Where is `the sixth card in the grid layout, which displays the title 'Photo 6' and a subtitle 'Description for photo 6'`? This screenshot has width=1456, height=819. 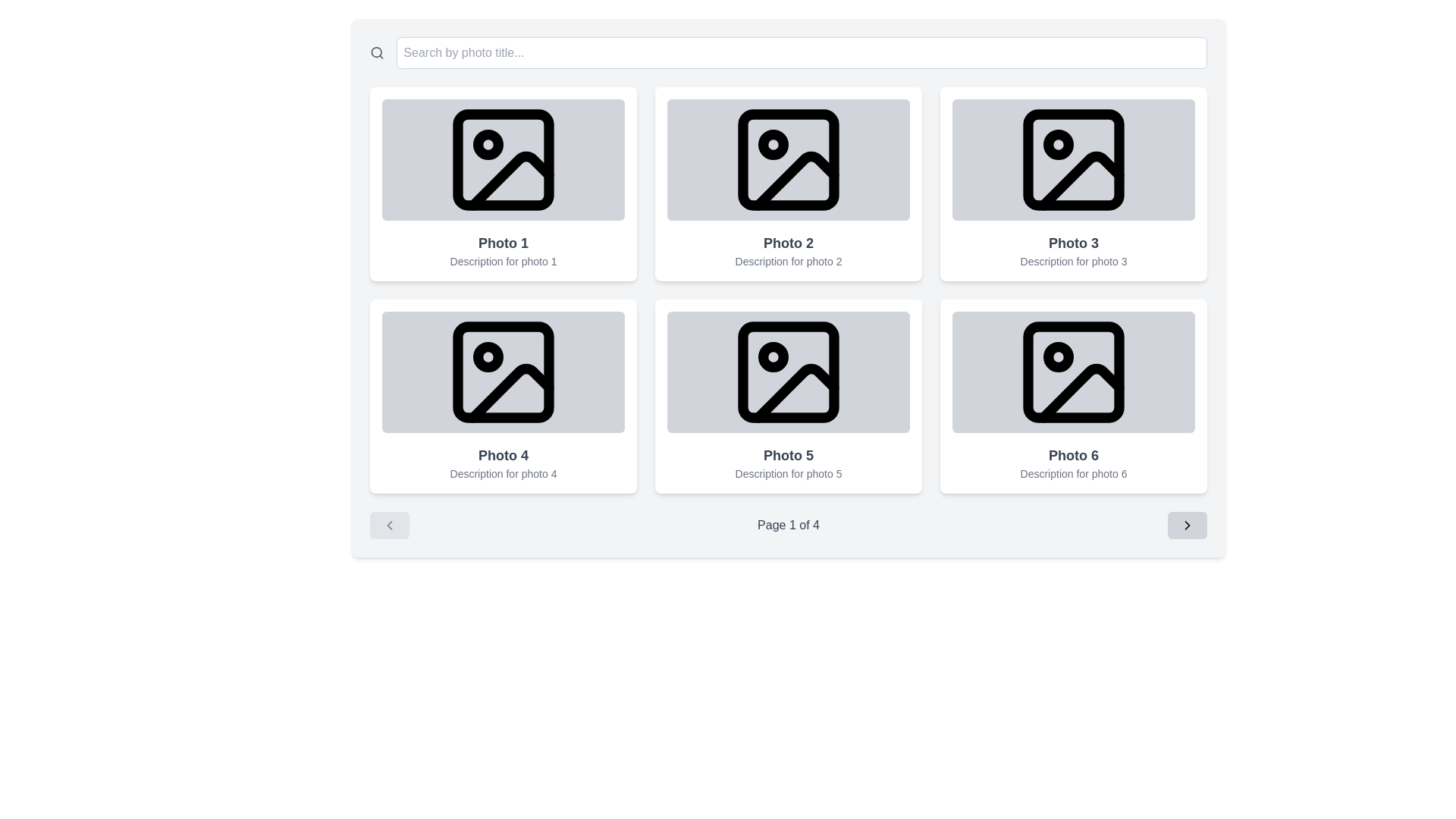
the sixth card in the grid layout, which displays the title 'Photo 6' and a subtitle 'Description for photo 6' is located at coordinates (1073, 396).